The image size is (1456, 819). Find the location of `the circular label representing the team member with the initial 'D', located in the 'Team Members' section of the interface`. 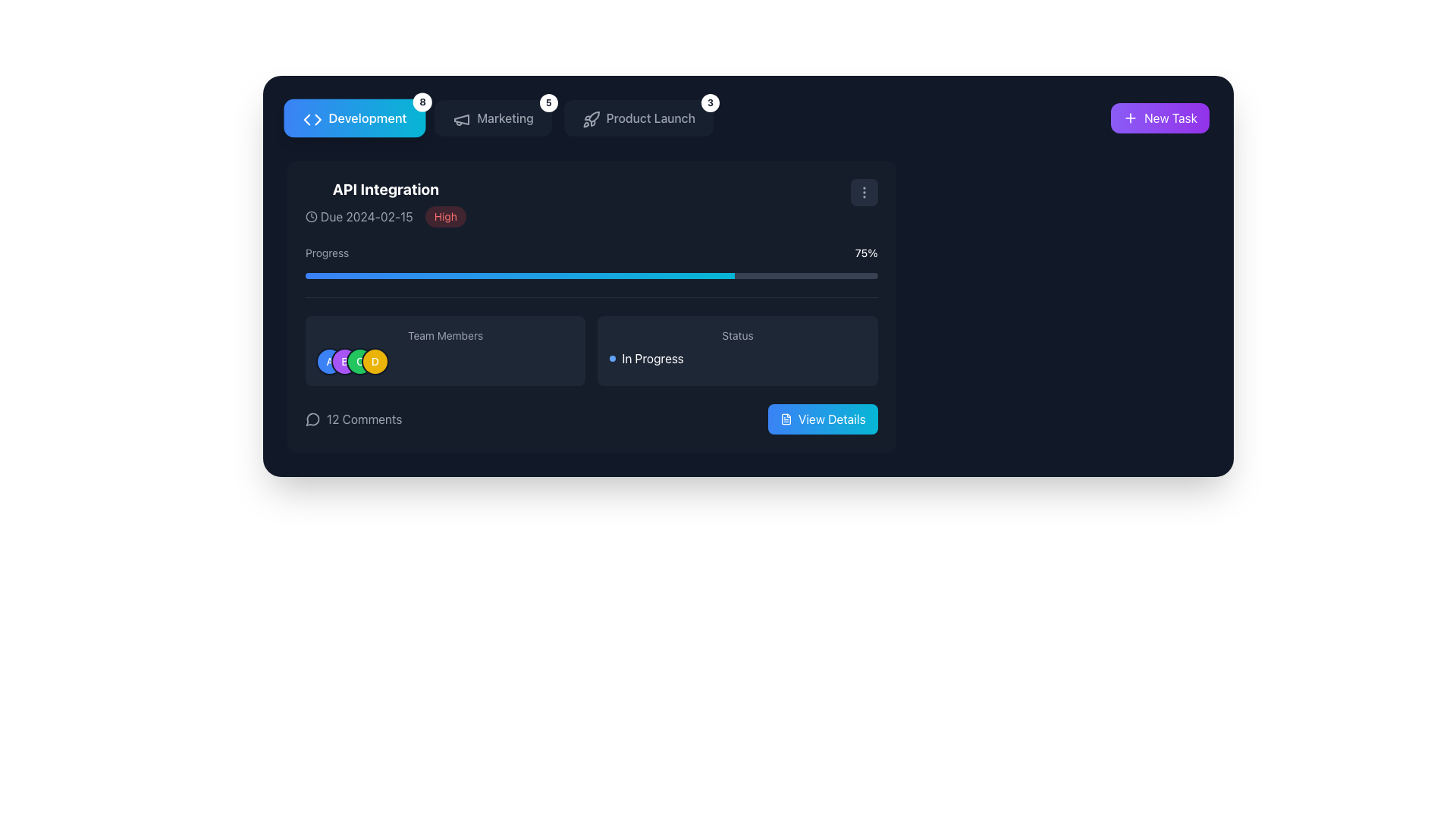

the circular label representing the team member with the initial 'D', located in the 'Team Members' section of the interface is located at coordinates (375, 362).